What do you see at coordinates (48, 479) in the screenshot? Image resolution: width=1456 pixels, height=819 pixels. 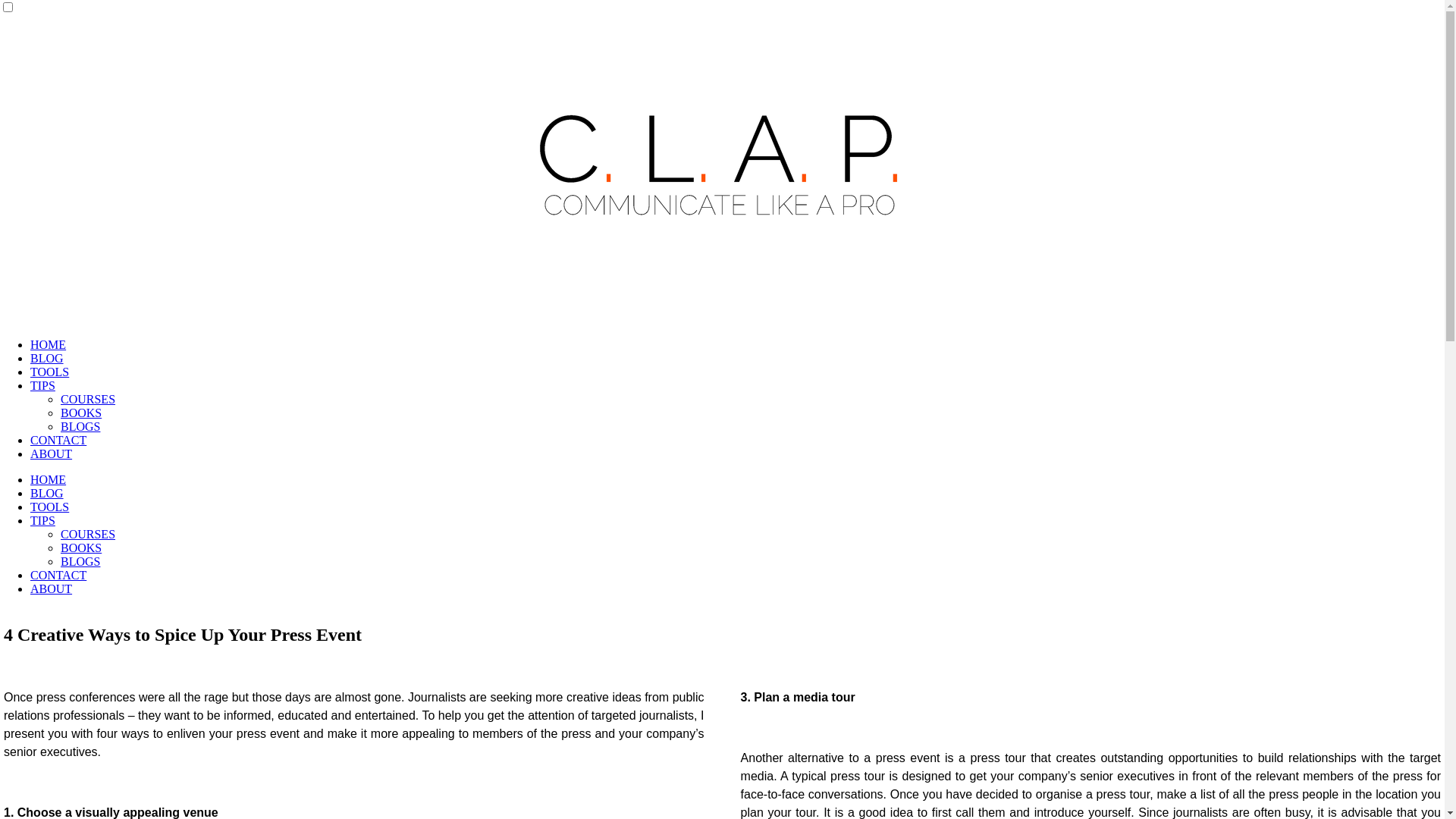 I see `'HOME'` at bounding box center [48, 479].